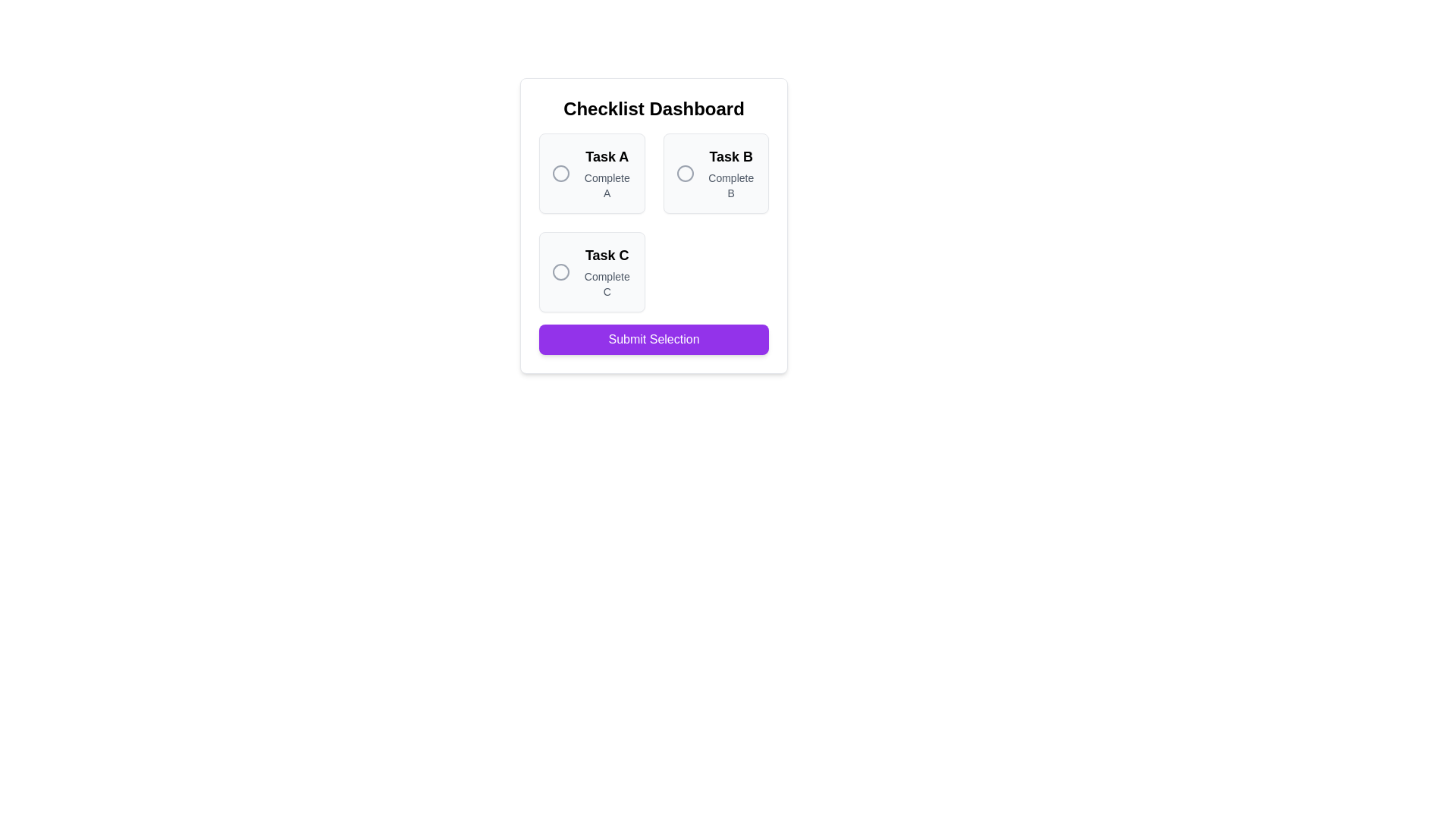 Image resolution: width=1456 pixels, height=819 pixels. I want to click on the 'Task B' checkbox text label, so click(715, 172).